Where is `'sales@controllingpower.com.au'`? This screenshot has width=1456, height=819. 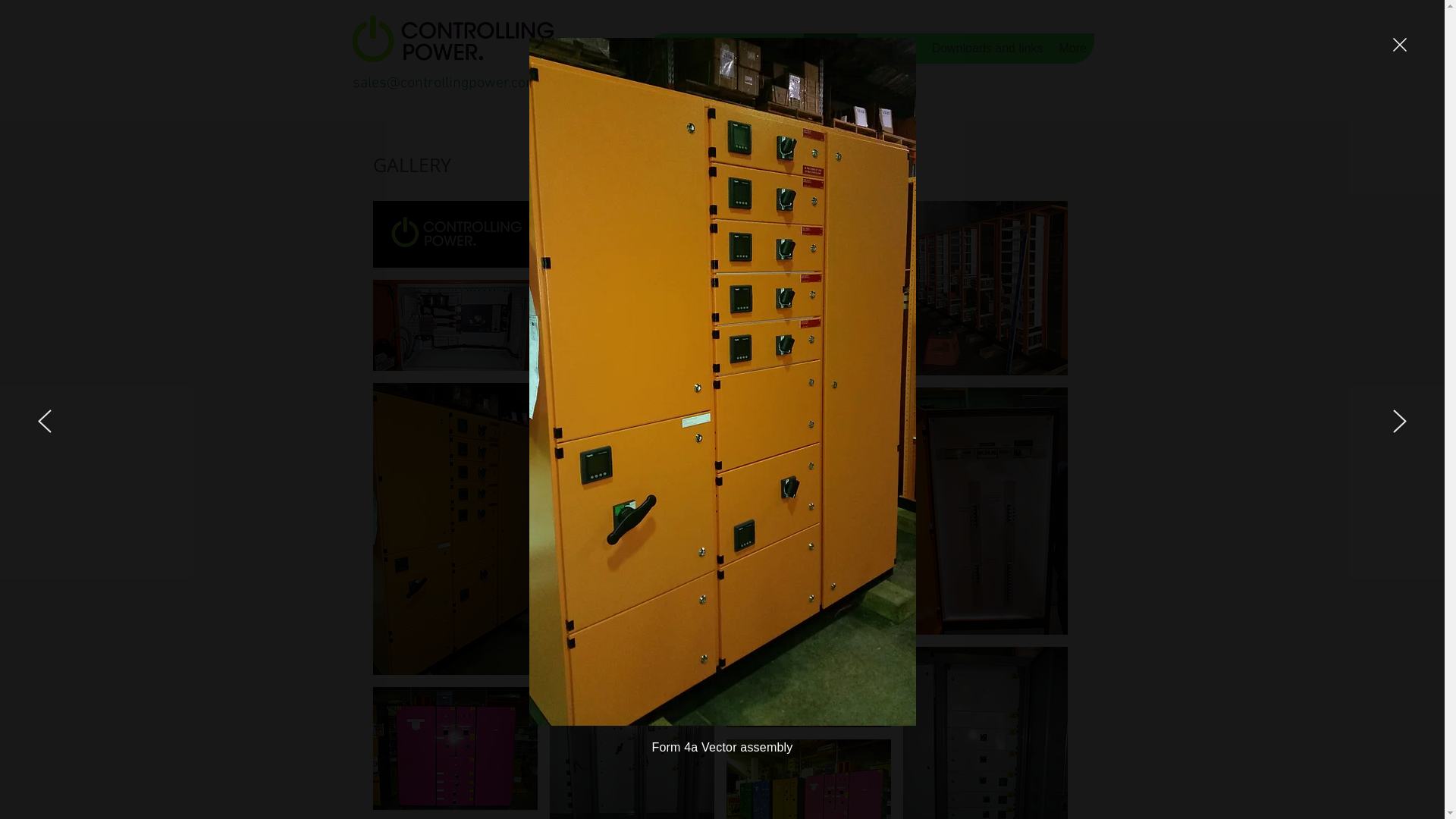 'sales@controllingpower.com.au' is located at coordinates (453, 83).